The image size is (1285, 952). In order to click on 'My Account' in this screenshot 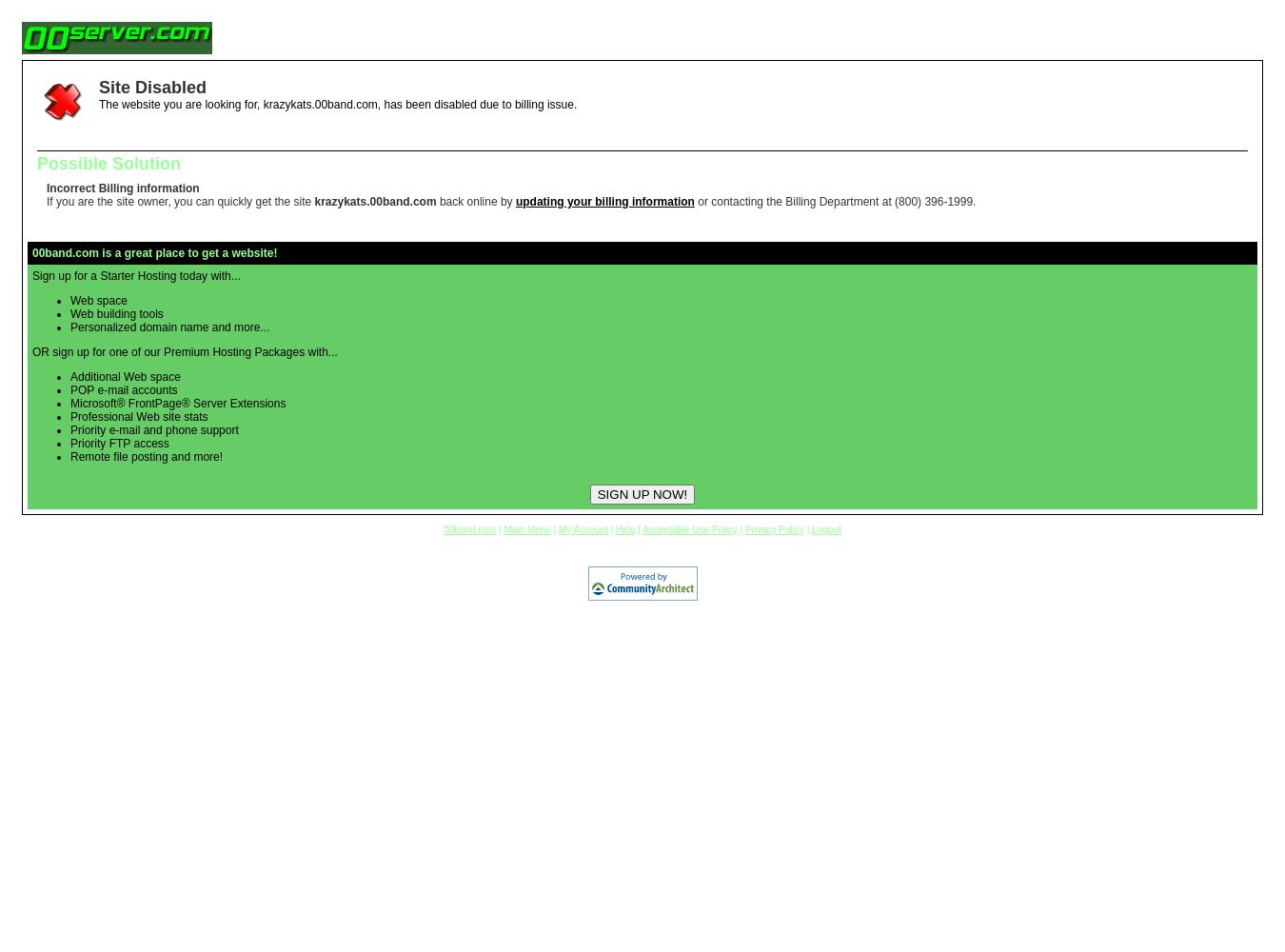, I will do `click(583, 529)`.